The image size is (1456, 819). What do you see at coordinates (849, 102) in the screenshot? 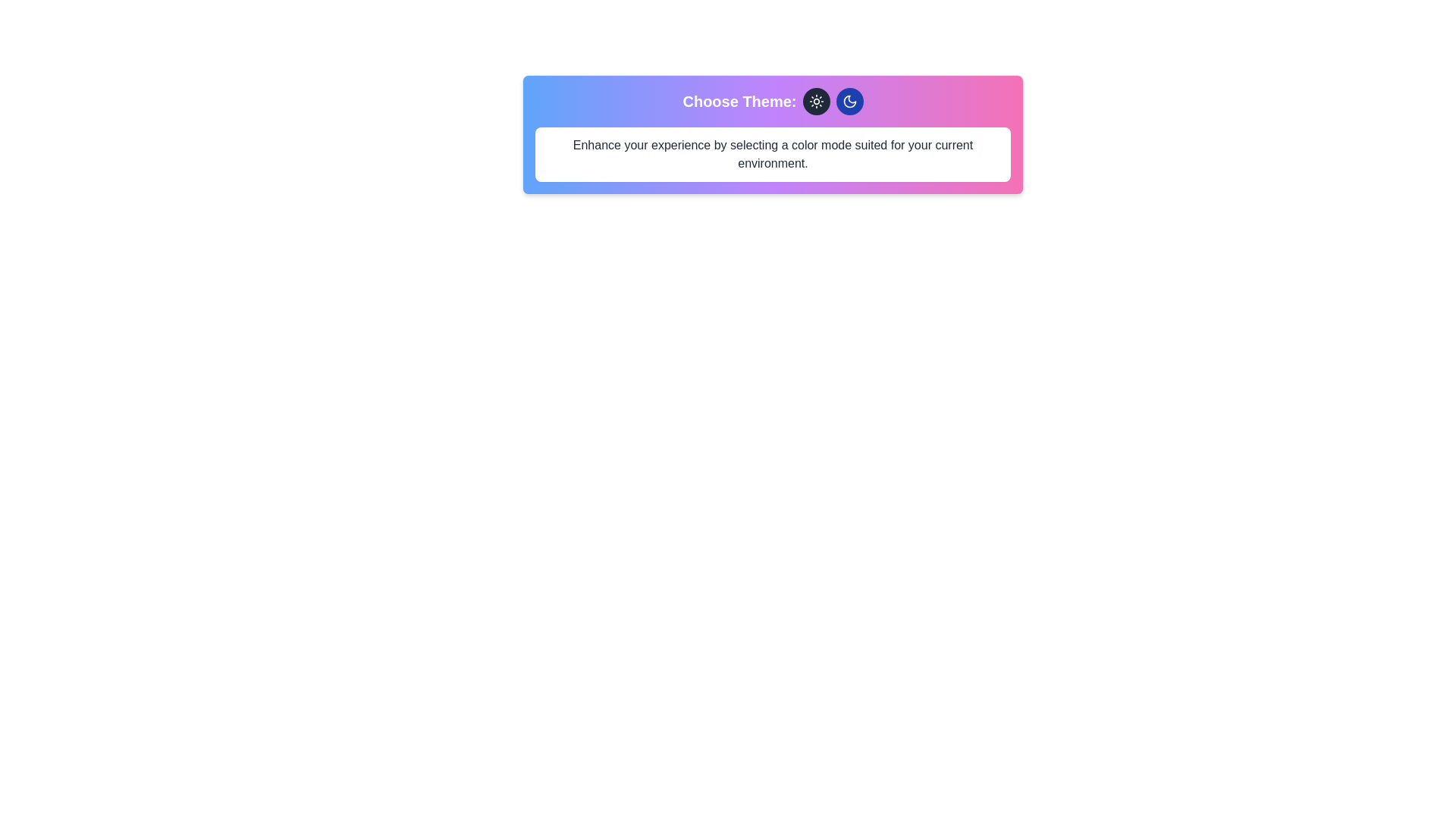
I see `the theme toggle button for moon mode located to the right of the sun icon button, which is aligned with the 'Choose Theme:' text` at bounding box center [849, 102].